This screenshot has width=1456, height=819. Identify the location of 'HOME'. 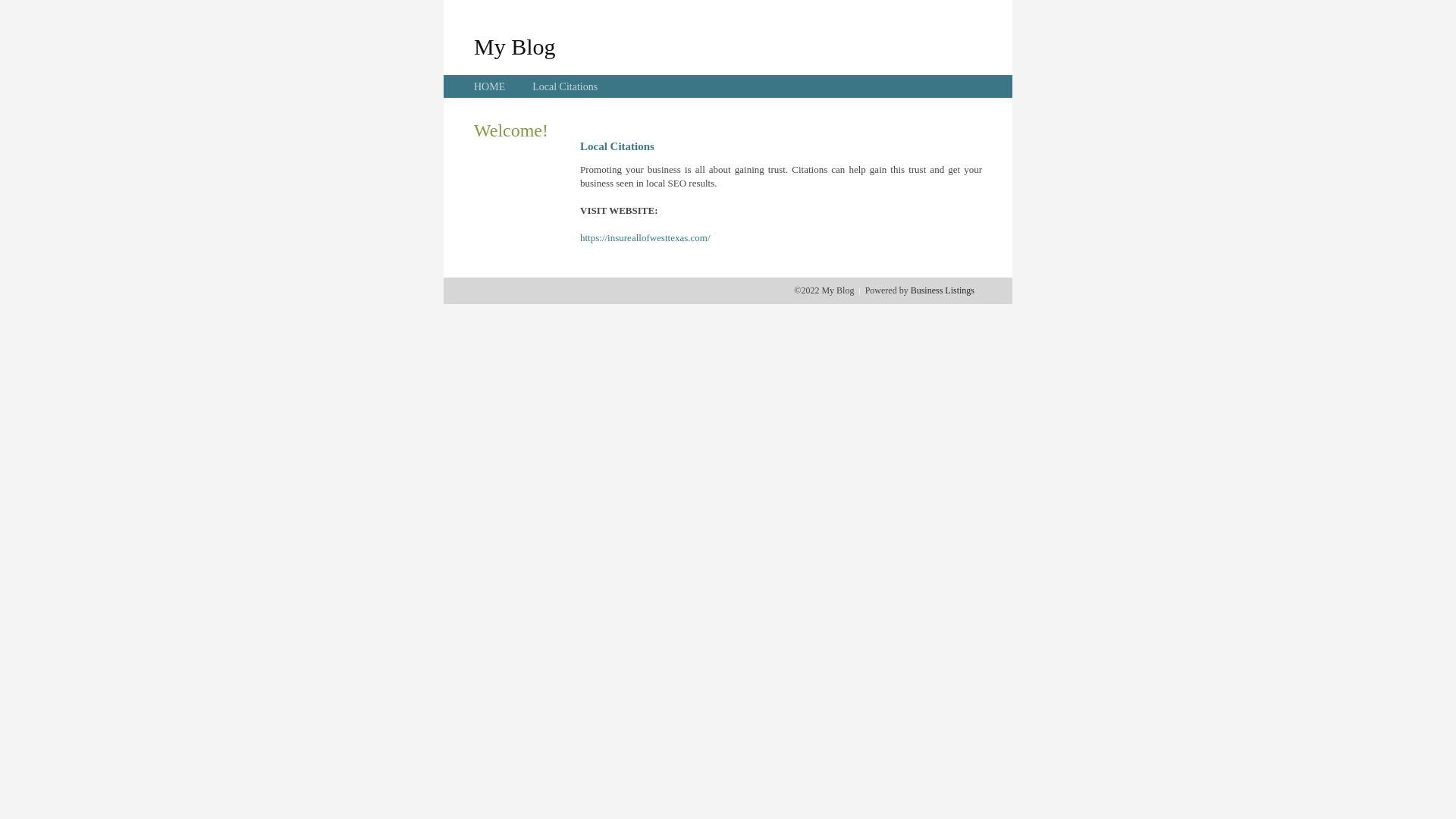
(472, 86).